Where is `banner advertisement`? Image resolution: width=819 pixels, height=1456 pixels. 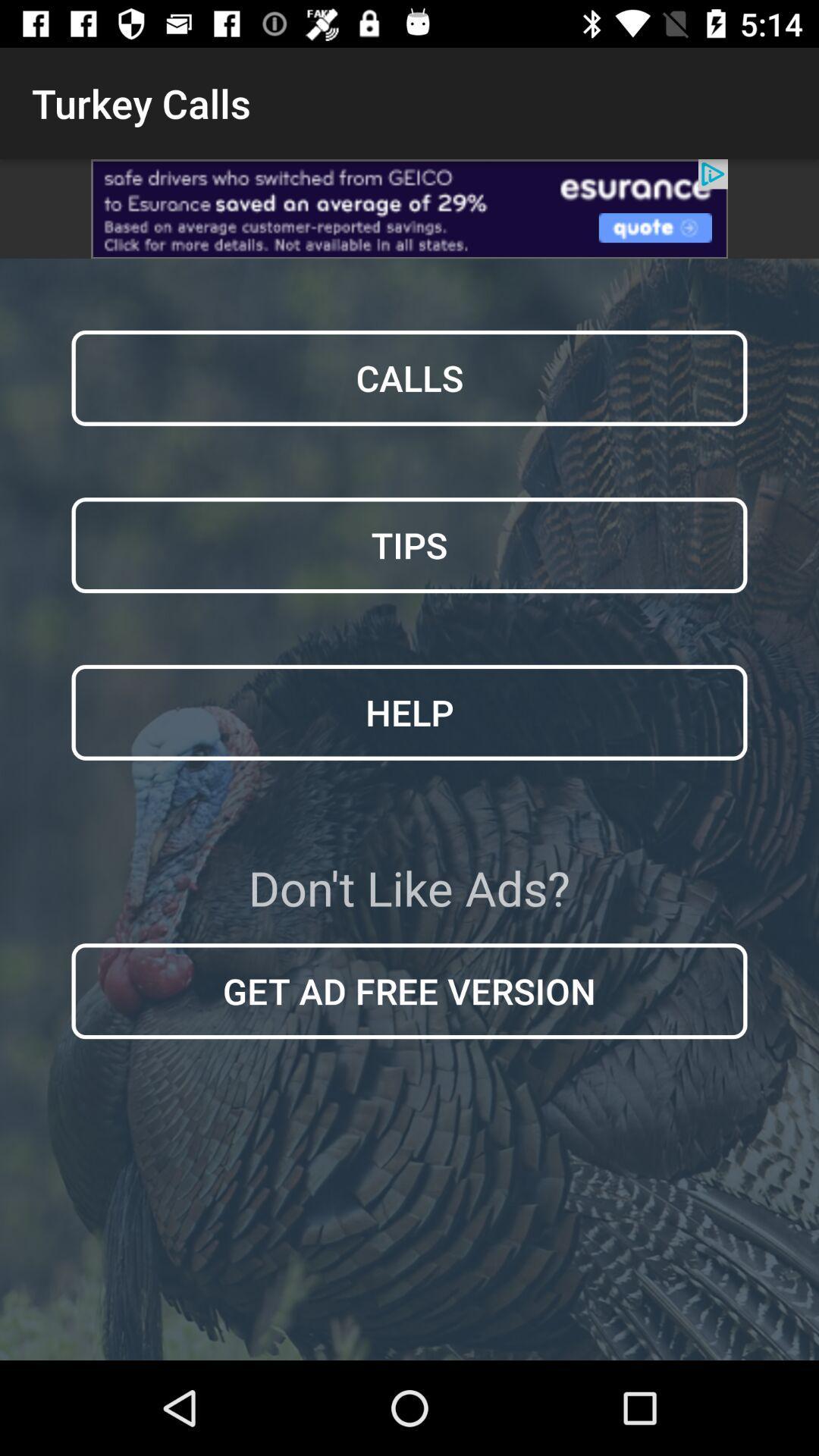
banner advertisement is located at coordinates (409, 208).